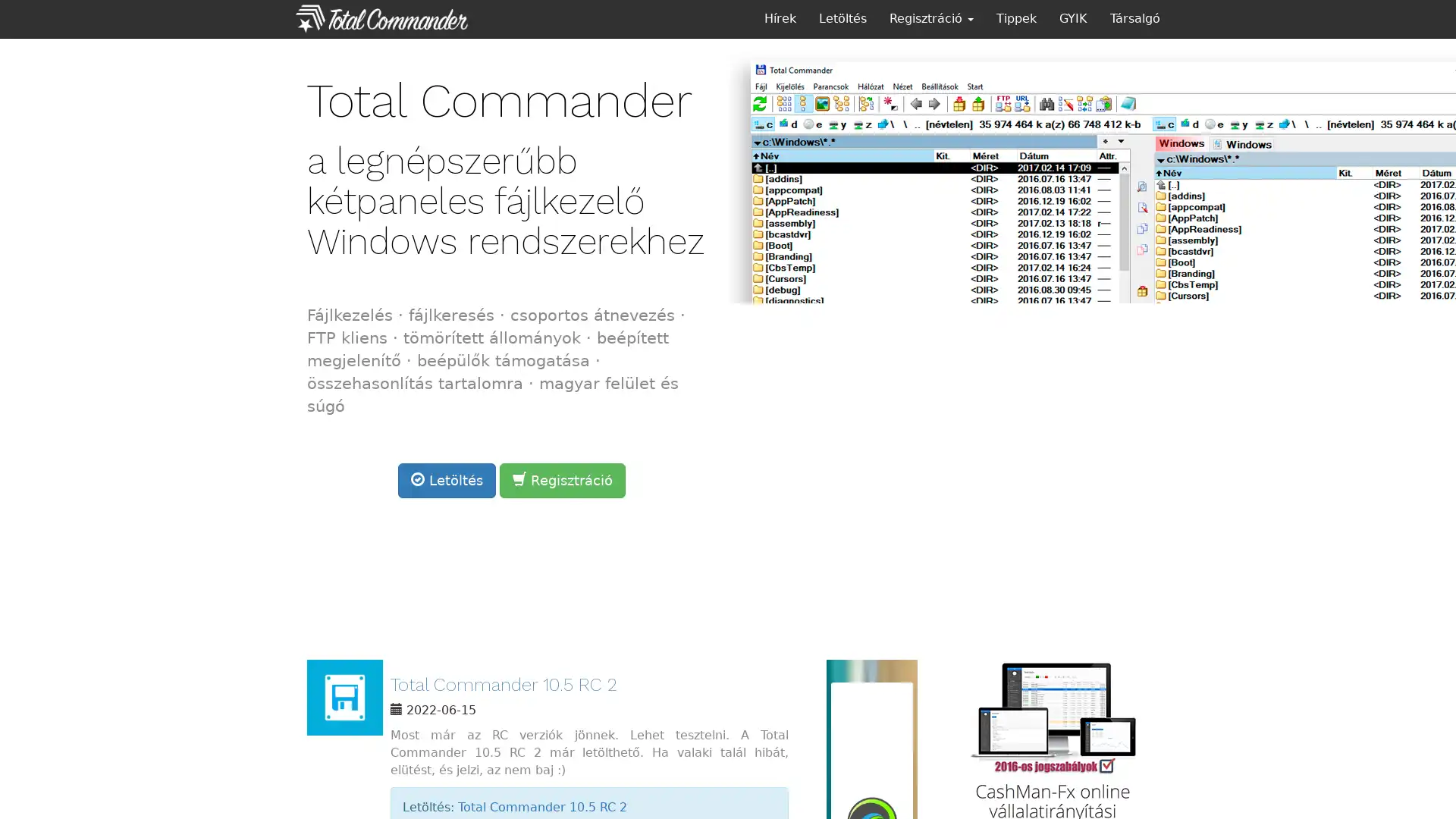  What do you see at coordinates (446, 479) in the screenshot?
I see `Letoltes` at bounding box center [446, 479].